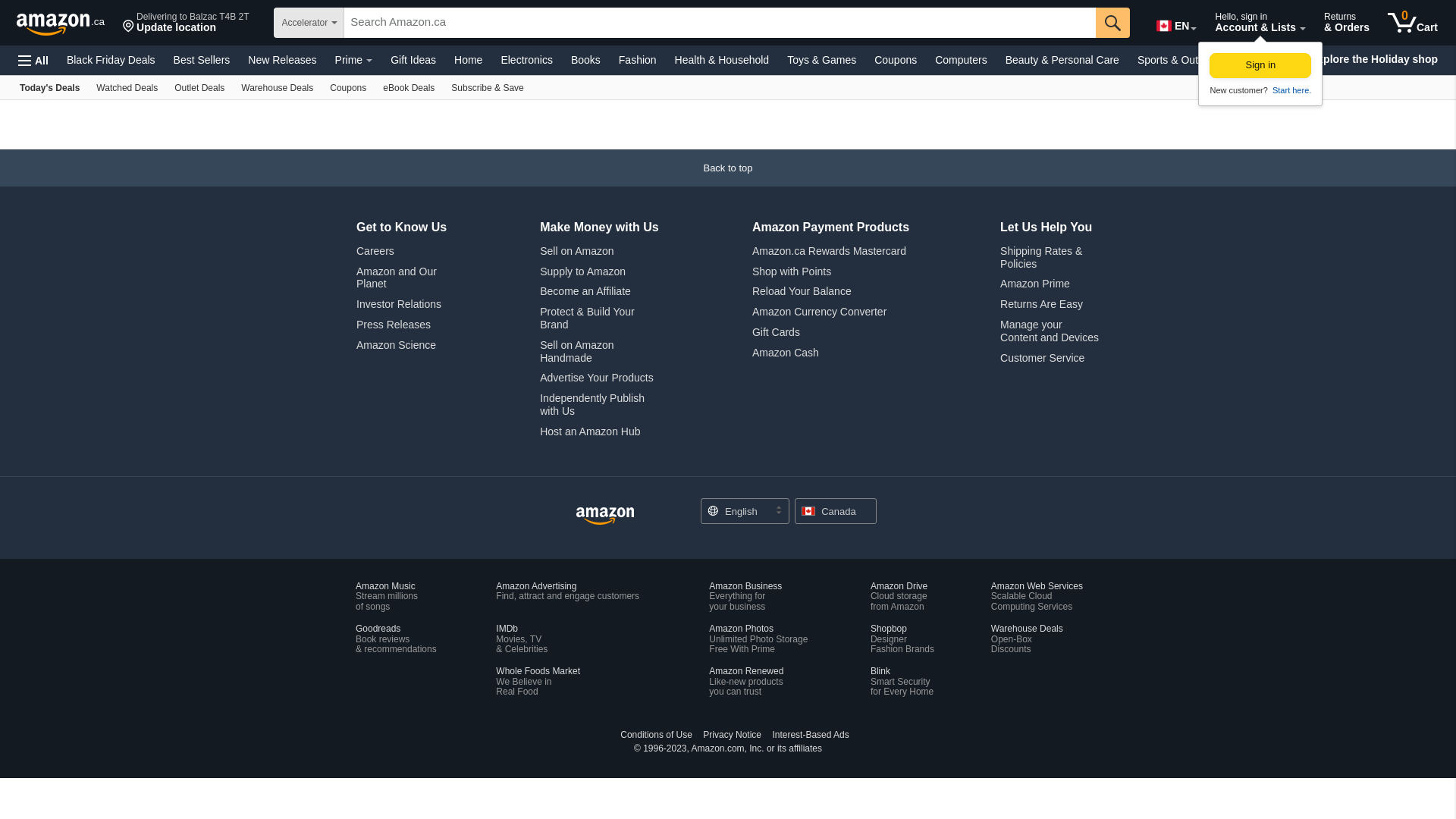 Image resolution: width=1456 pixels, height=819 pixels. What do you see at coordinates (586, 317) in the screenshot?
I see `'Protect & Build Your Brand'` at bounding box center [586, 317].